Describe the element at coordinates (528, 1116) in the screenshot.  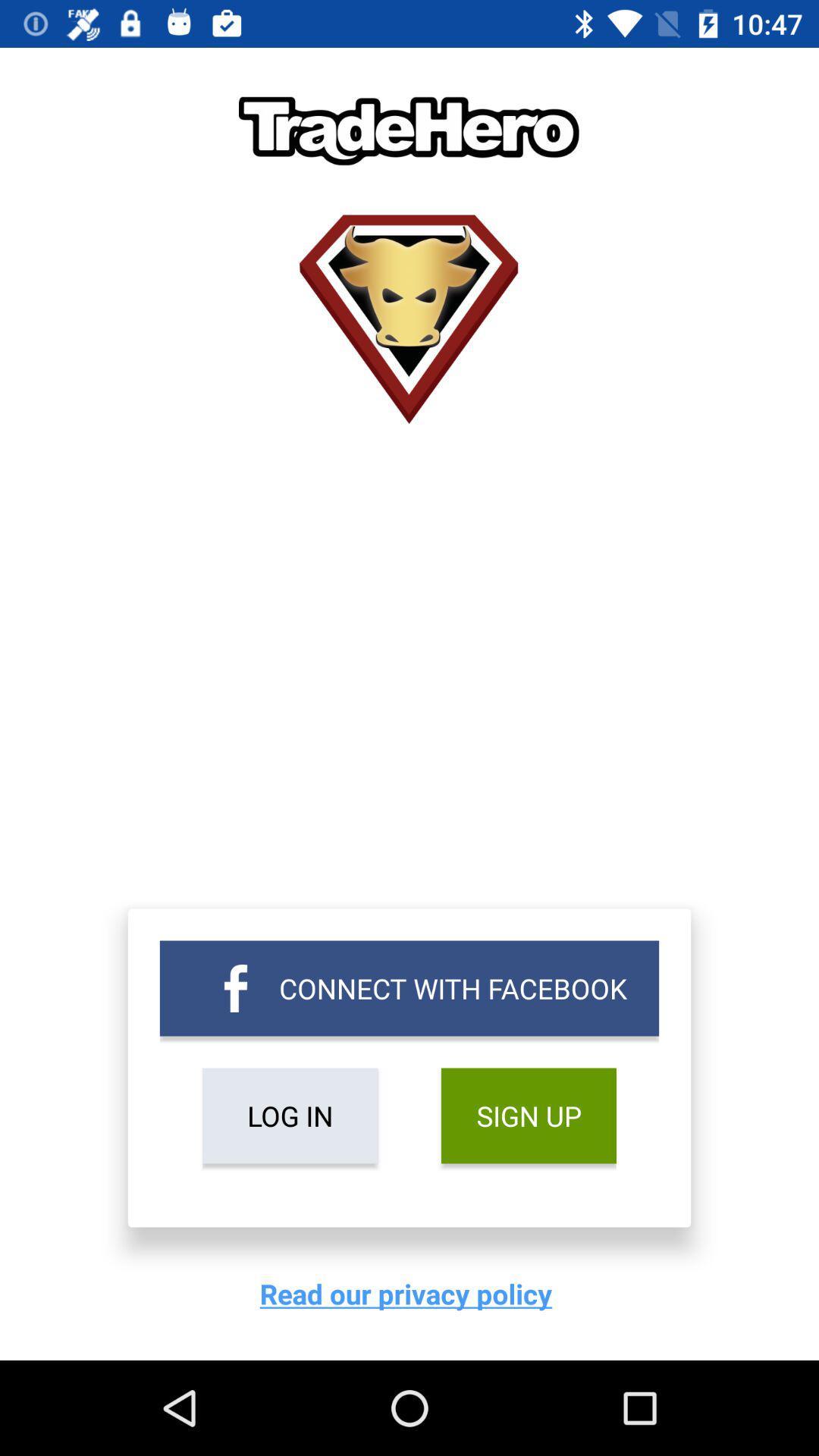
I see `the item below the connect with facebook item` at that location.